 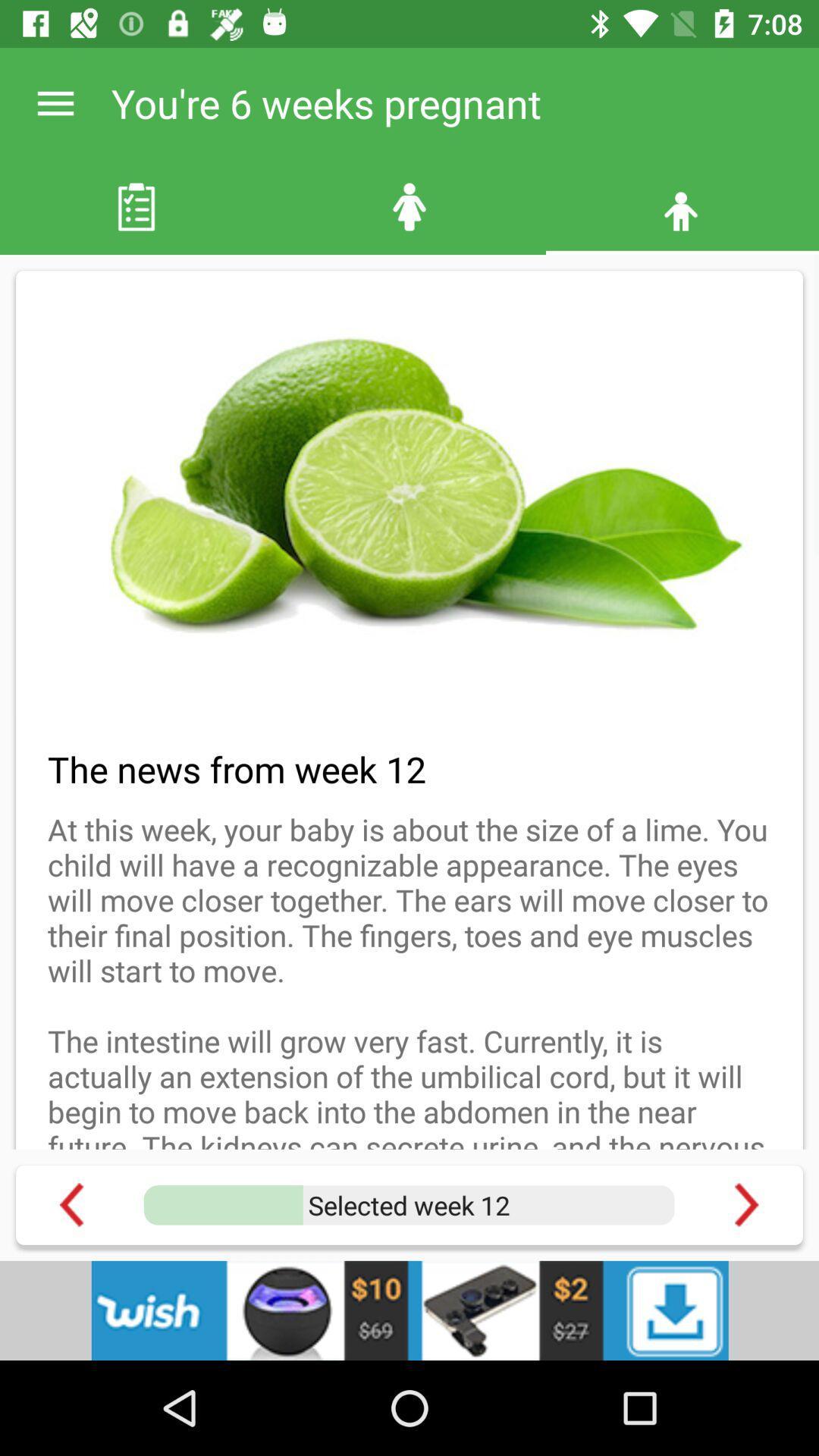 What do you see at coordinates (409, 1310) in the screenshot?
I see `open advertisement` at bounding box center [409, 1310].